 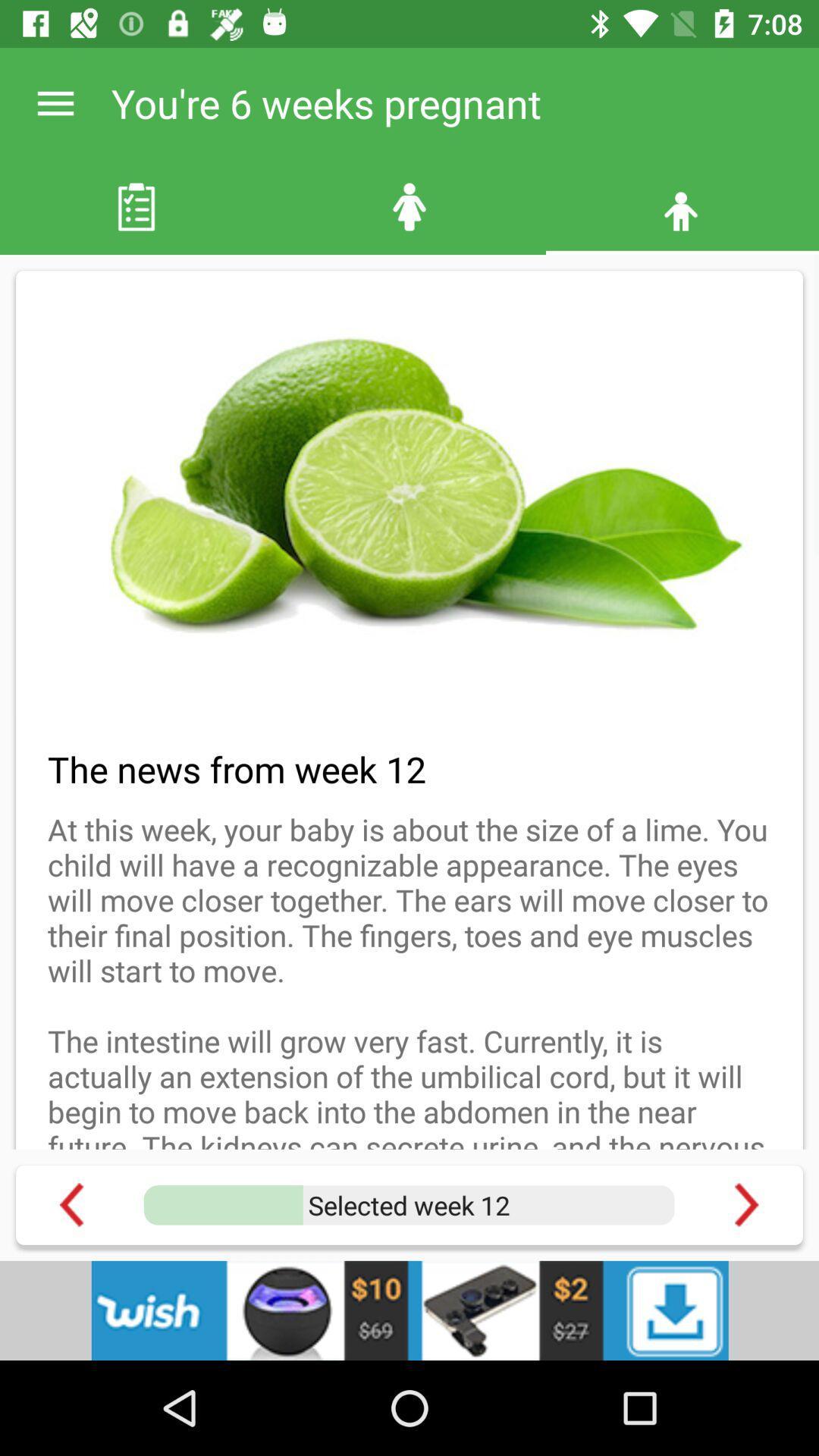 What do you see at coordinates (409, 1310) in the screenshot?
I see `open advertisement` at bounding box center [409, 1310].